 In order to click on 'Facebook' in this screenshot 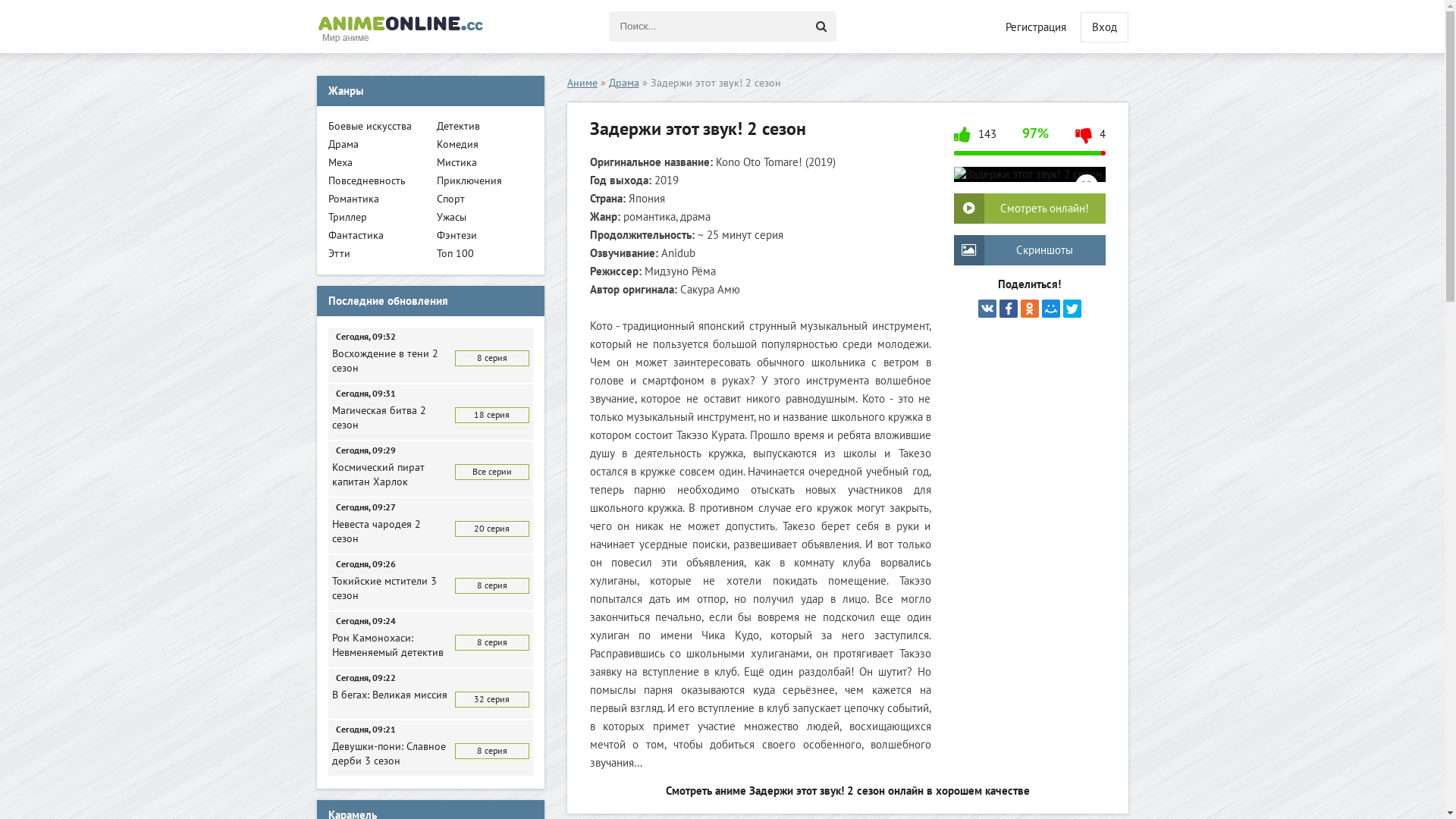, I will do `click(1008, 308)`.